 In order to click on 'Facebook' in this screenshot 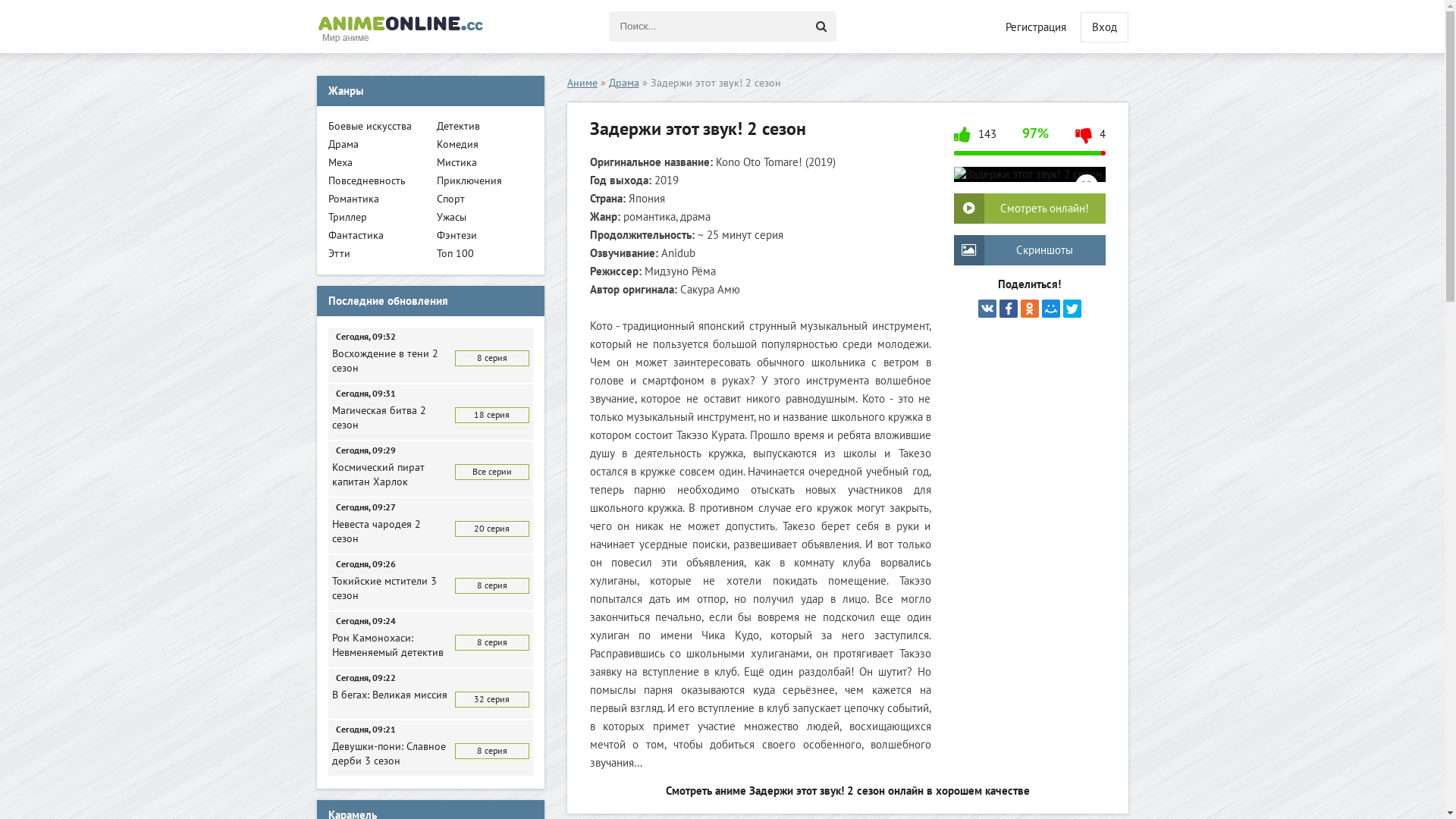, I will do `click(1008, 308)`.